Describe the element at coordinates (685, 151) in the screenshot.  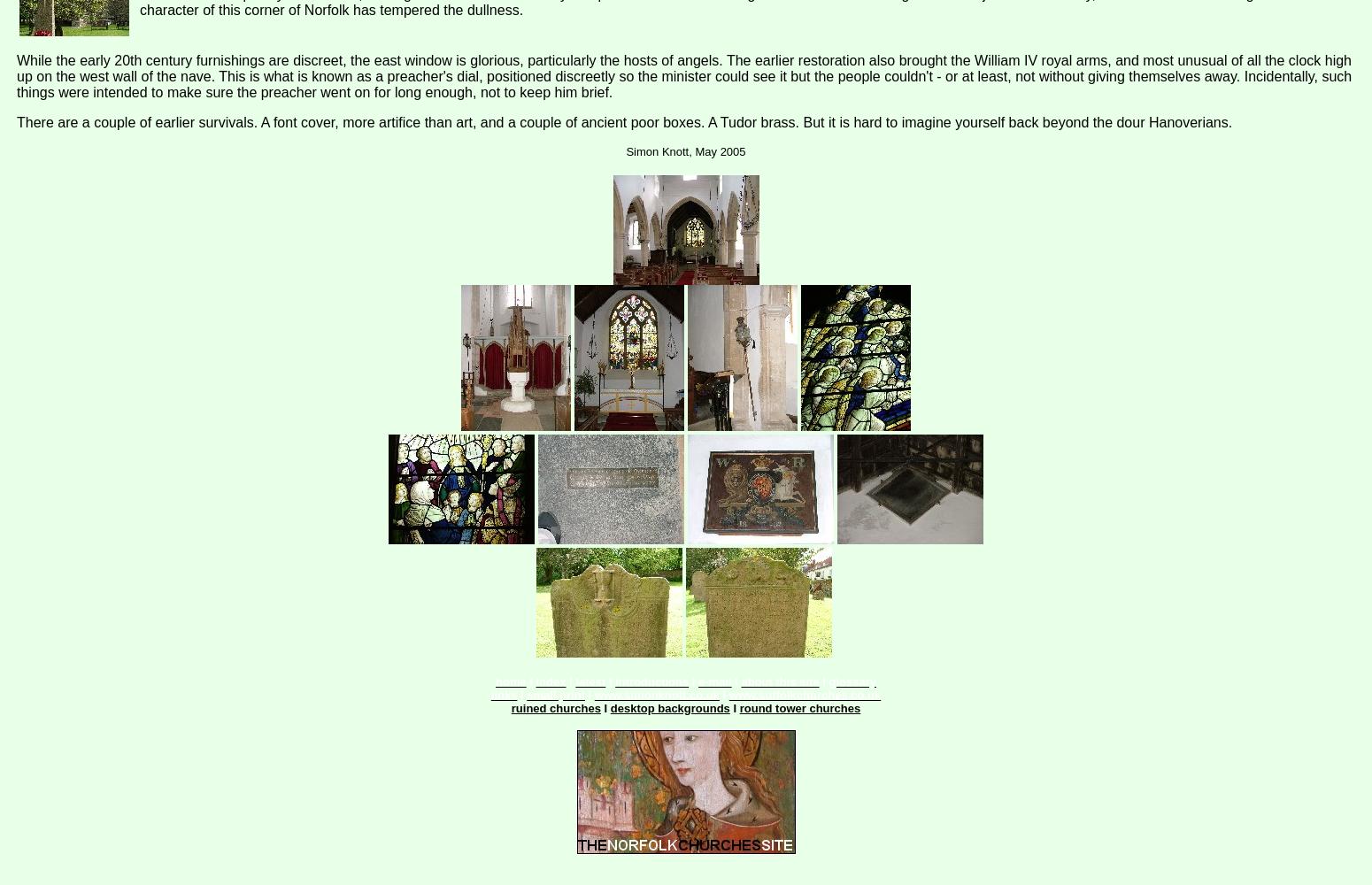
I see `'Simon Knott, May 2005'` at that location.